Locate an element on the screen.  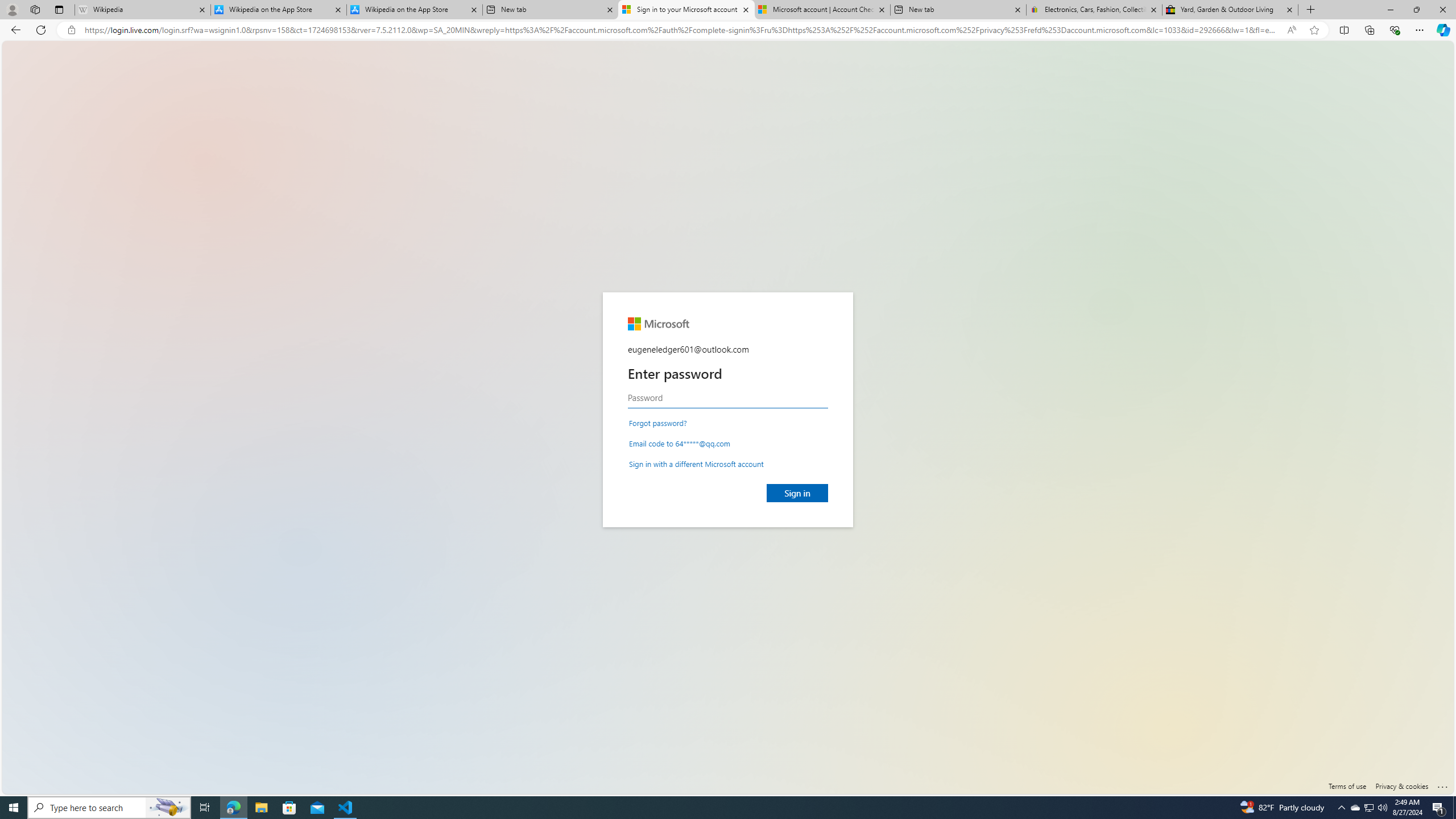
'Sign in with a different Microsoft account' is located at coordinates (696, 464).